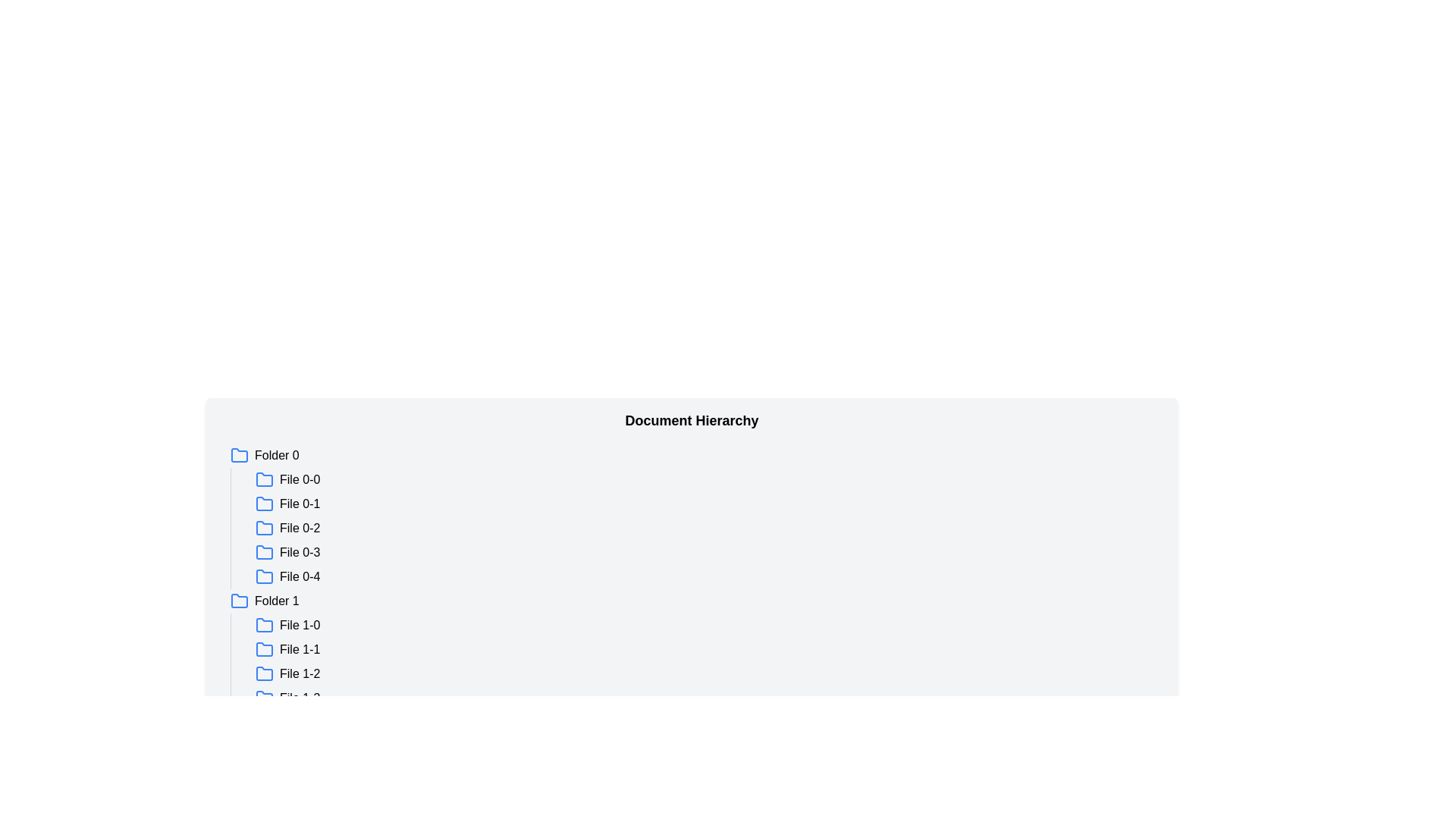 The height and width of the screenshot is (819, 1456). I want to click on the 'File 0-4' icon located under 'Folder 0' in the Document Hierarchy, so click(265, 576).